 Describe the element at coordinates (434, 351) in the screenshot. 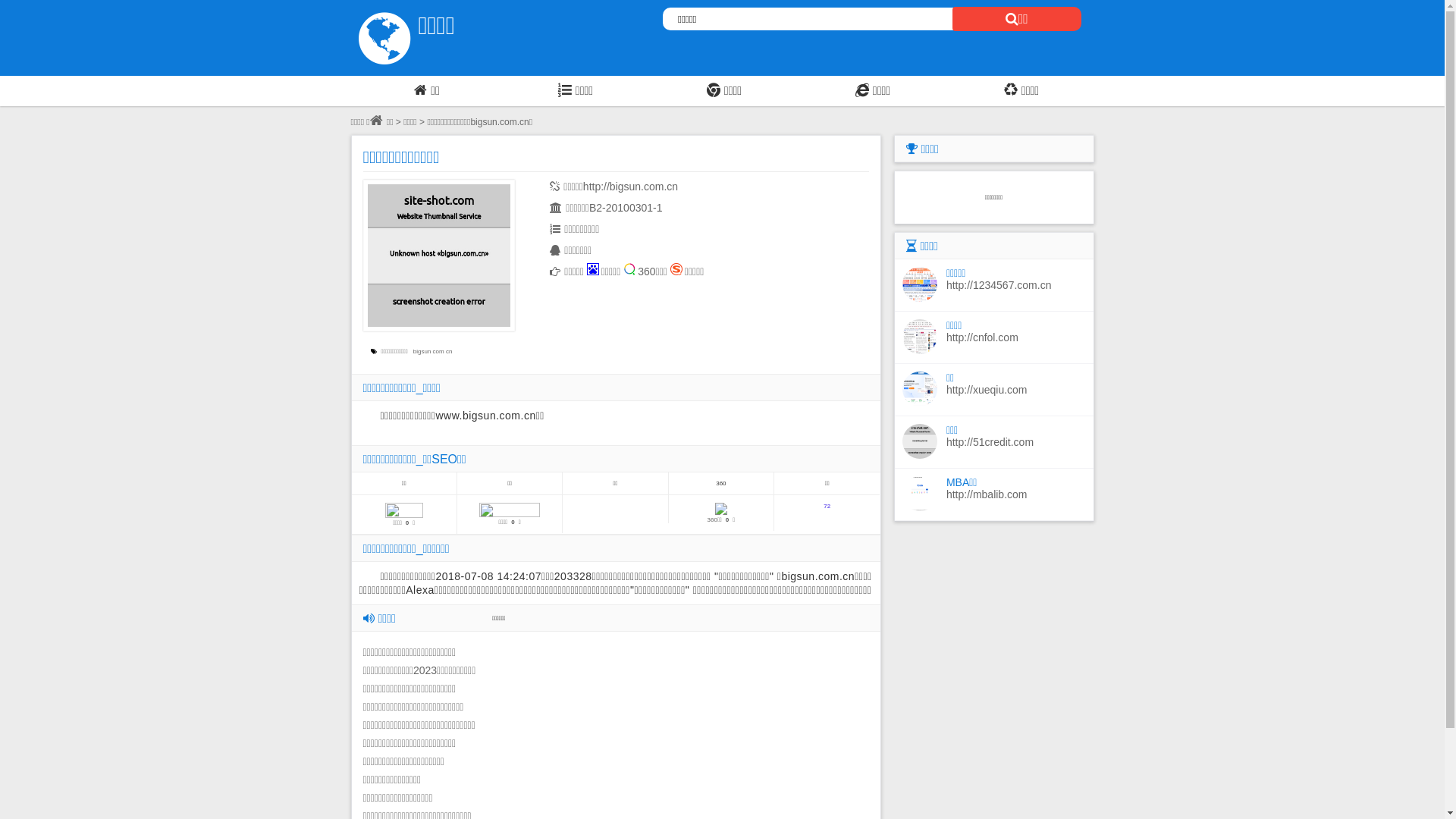

I see `'bigsun com cn'` at that location.